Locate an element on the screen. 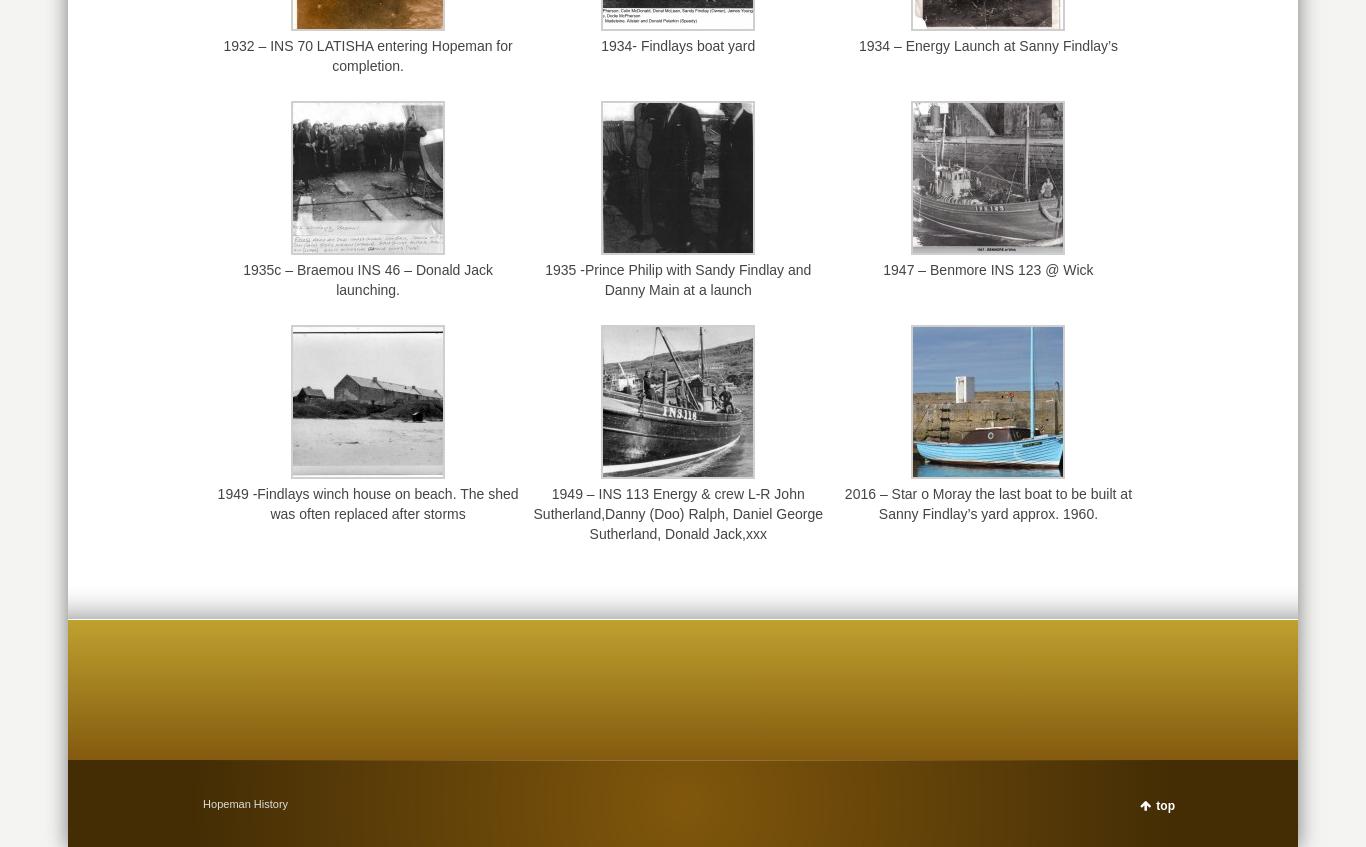 This screenshot has width=1366, height=847. '1949 -Findlays winch house on beach. The shed was often replaced after storms' is located at coordinates (366, 502).